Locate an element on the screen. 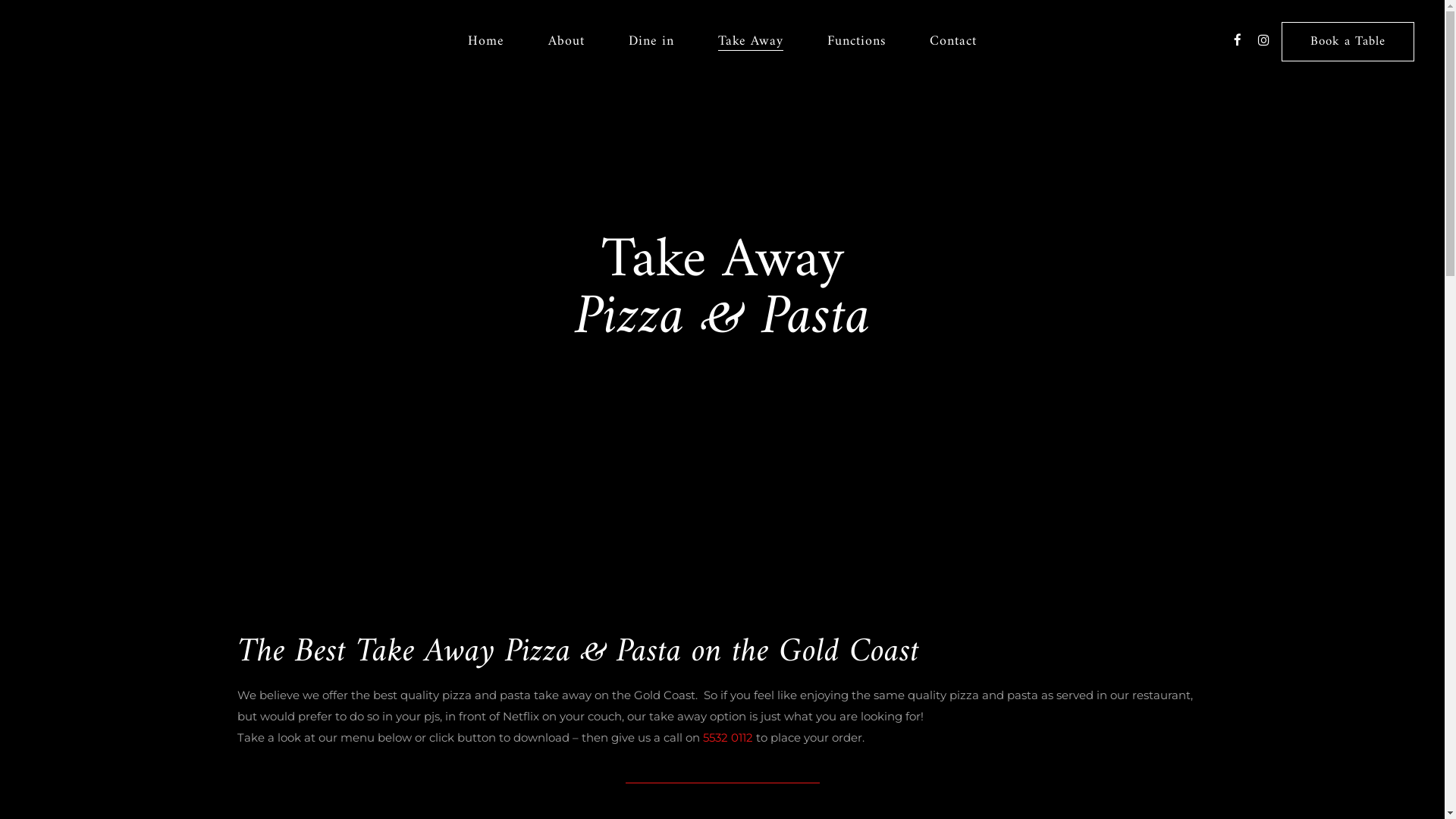  'Functions' is located at coordinates (856, 40).